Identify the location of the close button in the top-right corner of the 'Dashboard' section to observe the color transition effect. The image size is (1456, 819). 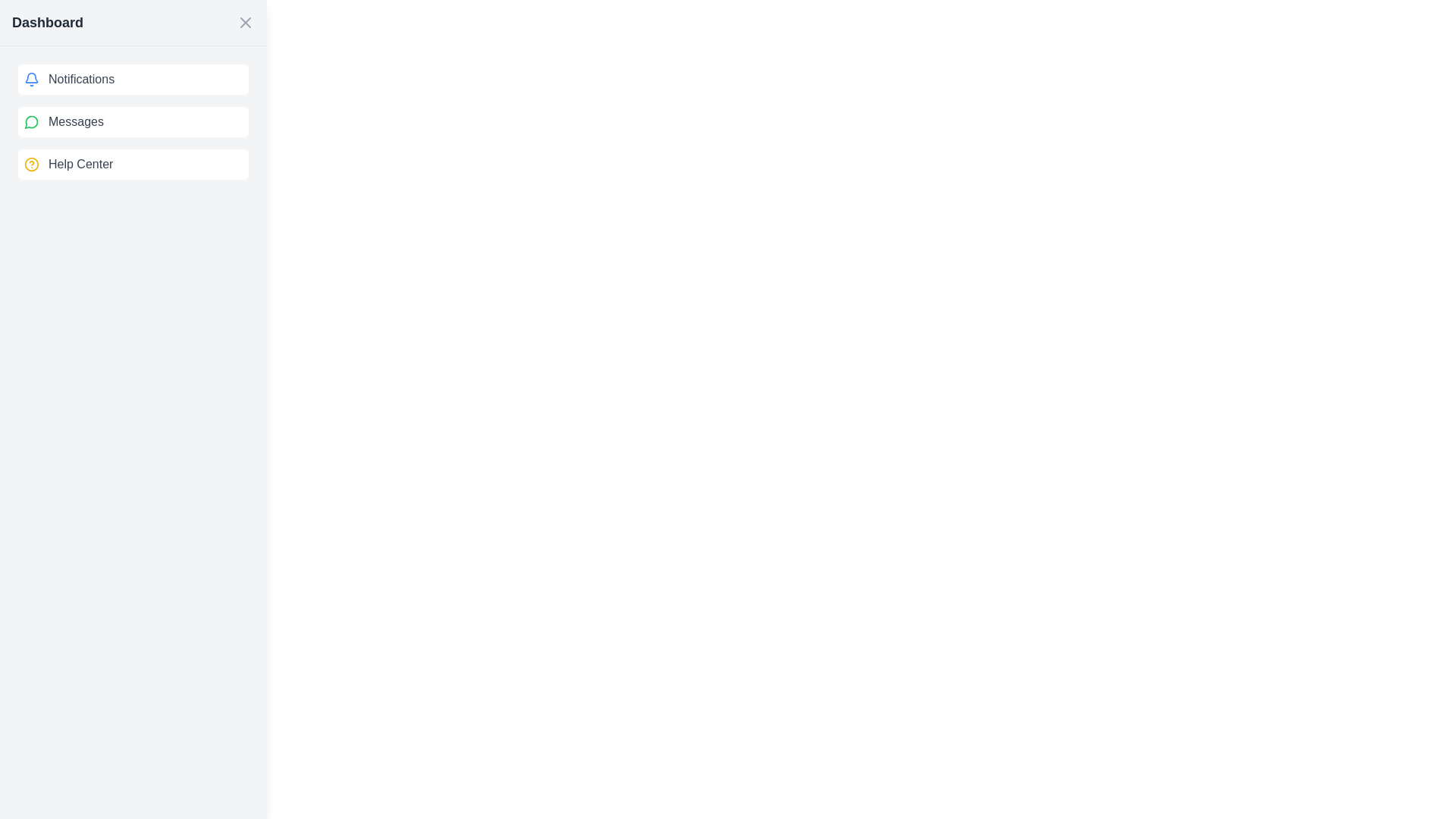
(246, 23).